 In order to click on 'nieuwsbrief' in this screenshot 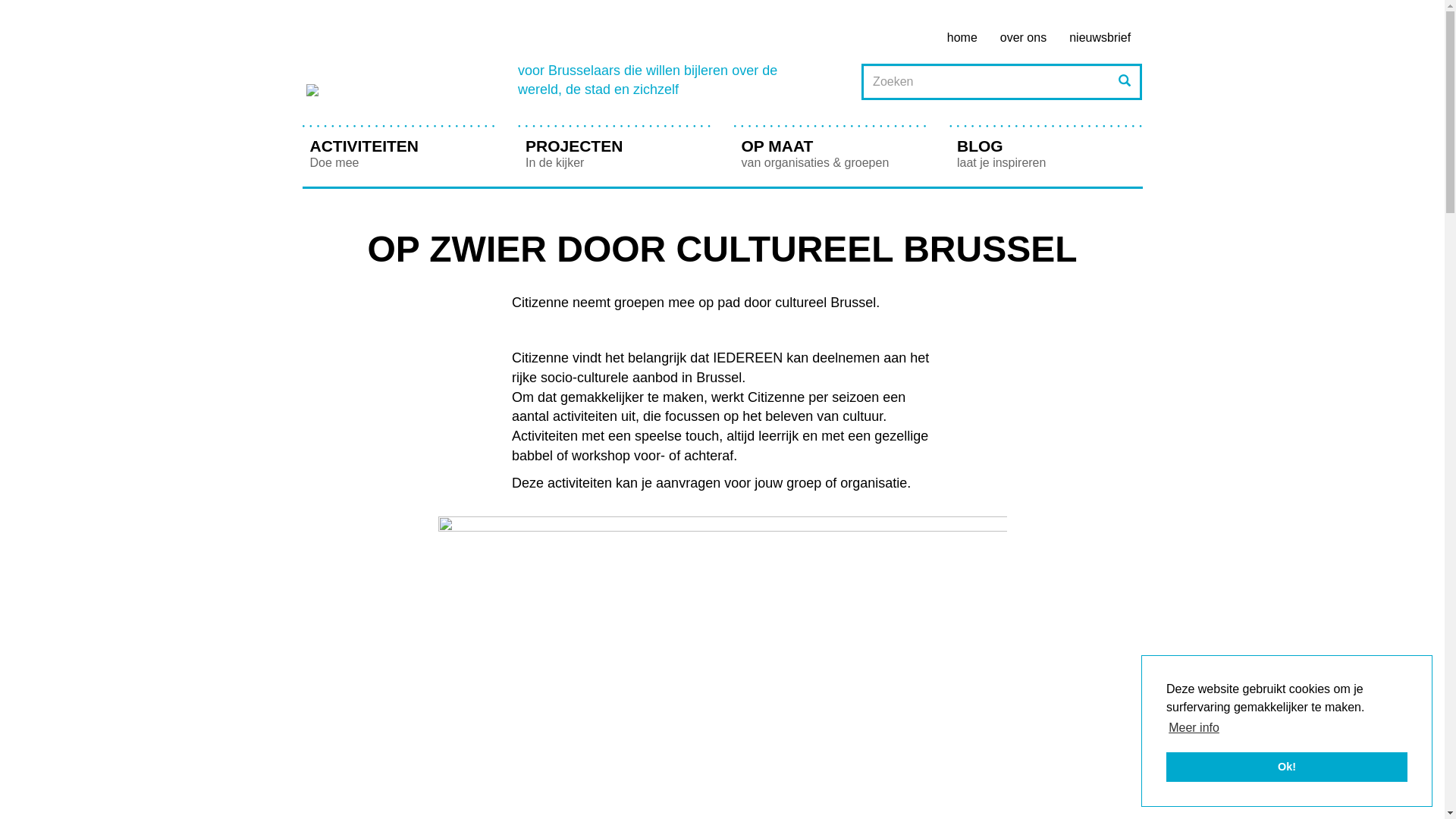, I will do `click(1100, 37)`.